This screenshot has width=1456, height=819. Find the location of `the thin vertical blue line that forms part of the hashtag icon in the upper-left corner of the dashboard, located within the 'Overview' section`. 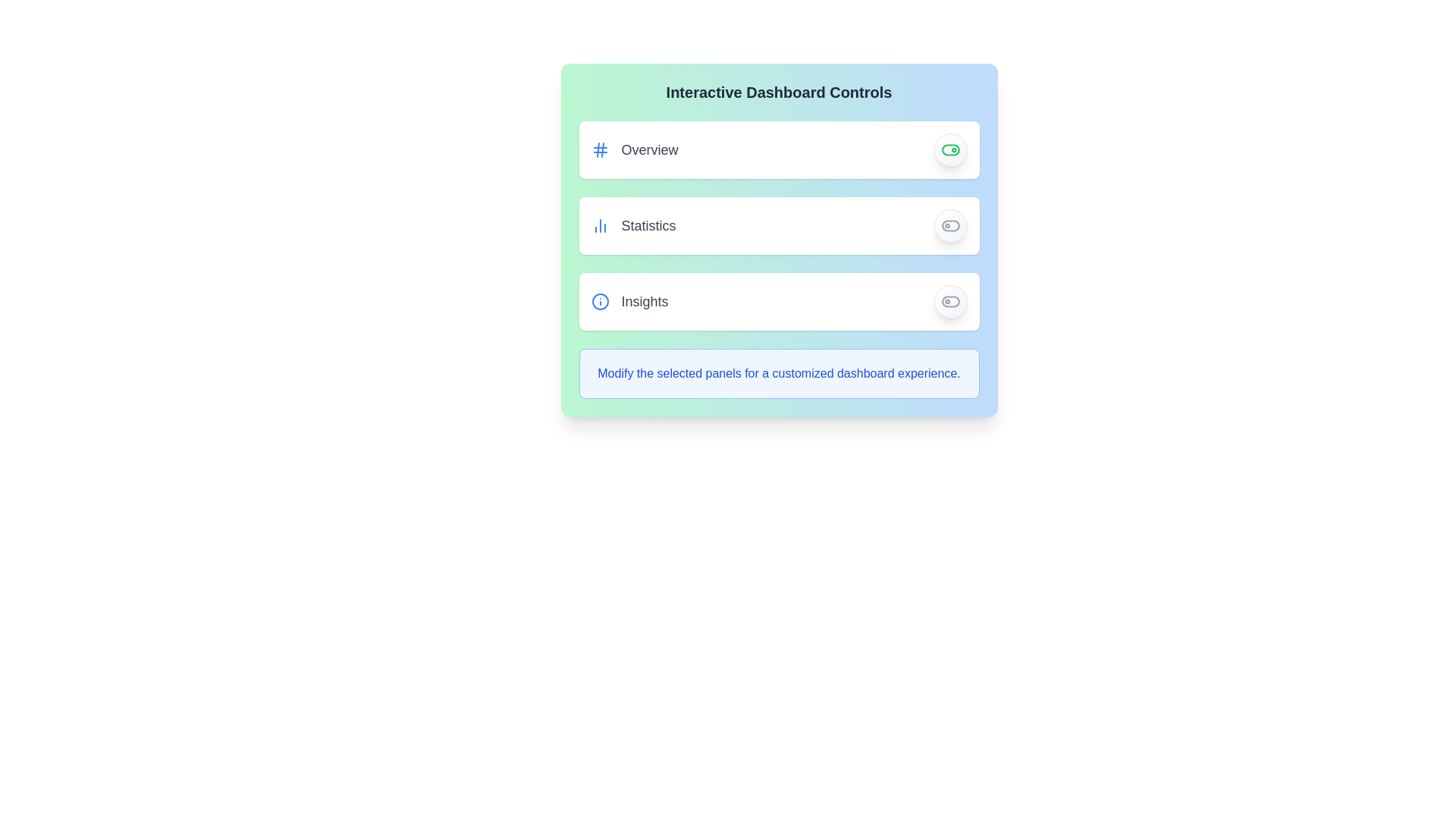

the thin vertical blue line that forms part of the hashtag icon in the upper-left corner of the dashboard, located within the 'Overview' section is located at coordinates (601, 149).